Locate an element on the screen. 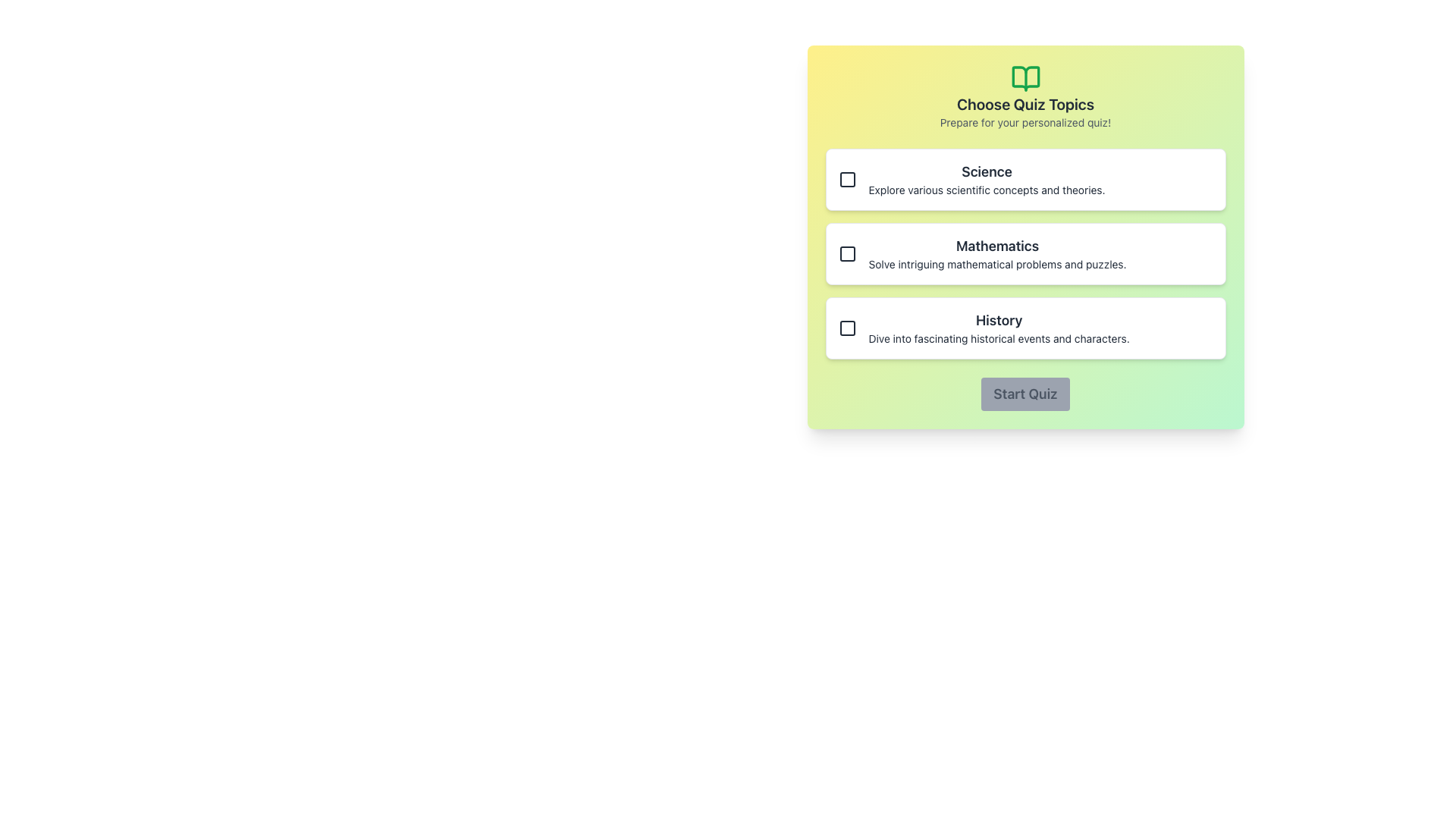 The width and height of the screenshot is (1456, 819). the text element stating 'Explore various scientific concepts and theories' which is located beneath the bold heading 'Science' in the quiz topic selection area is located at coordinates (987, 189).